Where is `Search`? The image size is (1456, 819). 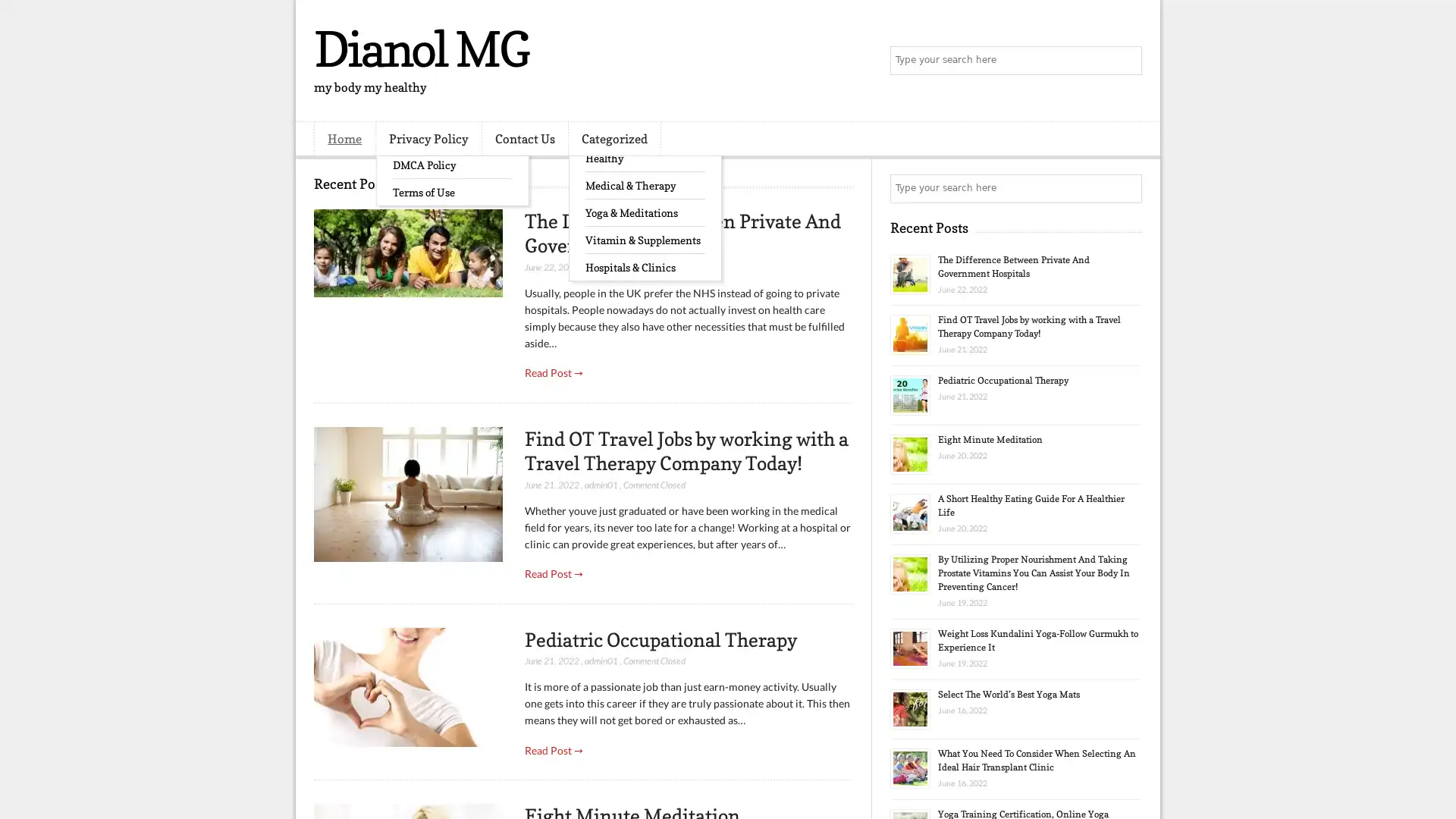 Search is located at coordinates (1126, 188).